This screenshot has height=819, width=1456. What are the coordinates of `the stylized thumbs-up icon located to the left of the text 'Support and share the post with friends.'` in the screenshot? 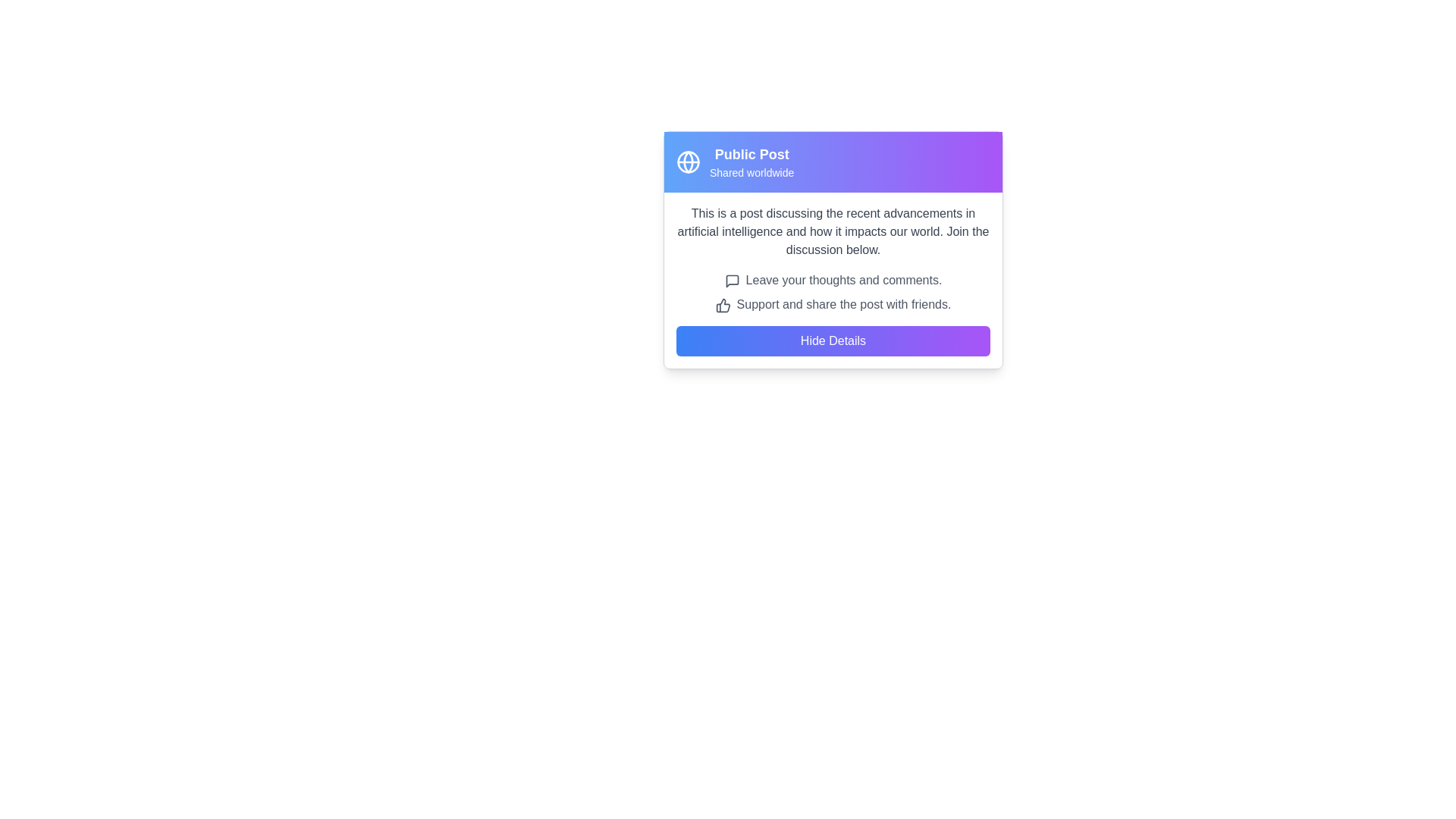 It's located at (722, 305).